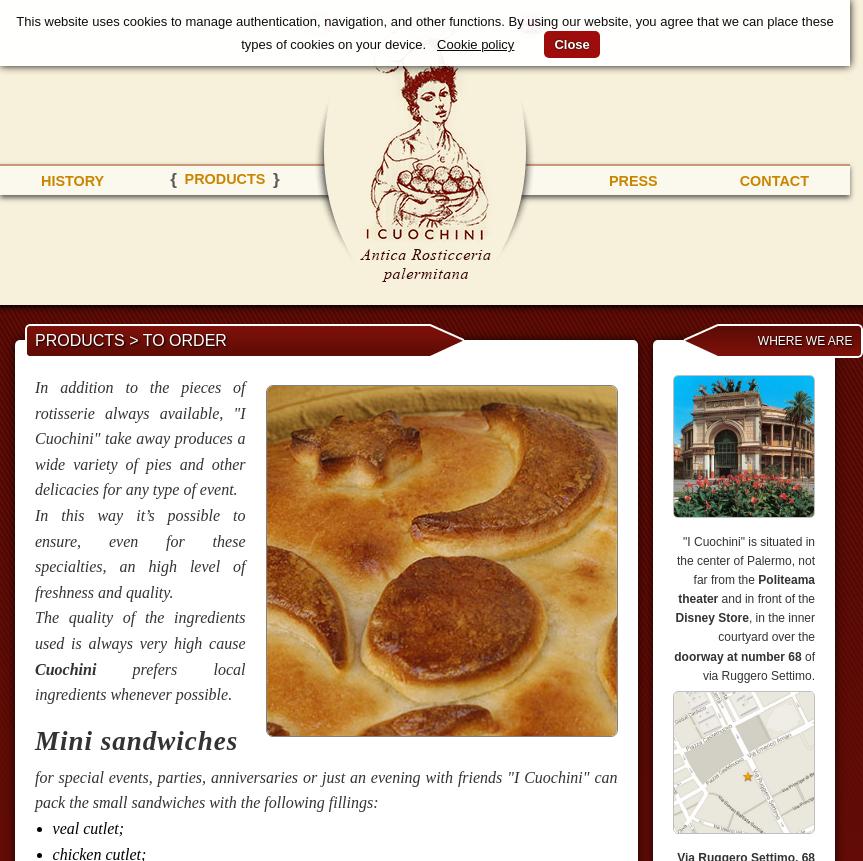  Describe the element at coordinates (766, 627) in the screenshot. I see `', 
in the inner courtyard over the'` at that location.